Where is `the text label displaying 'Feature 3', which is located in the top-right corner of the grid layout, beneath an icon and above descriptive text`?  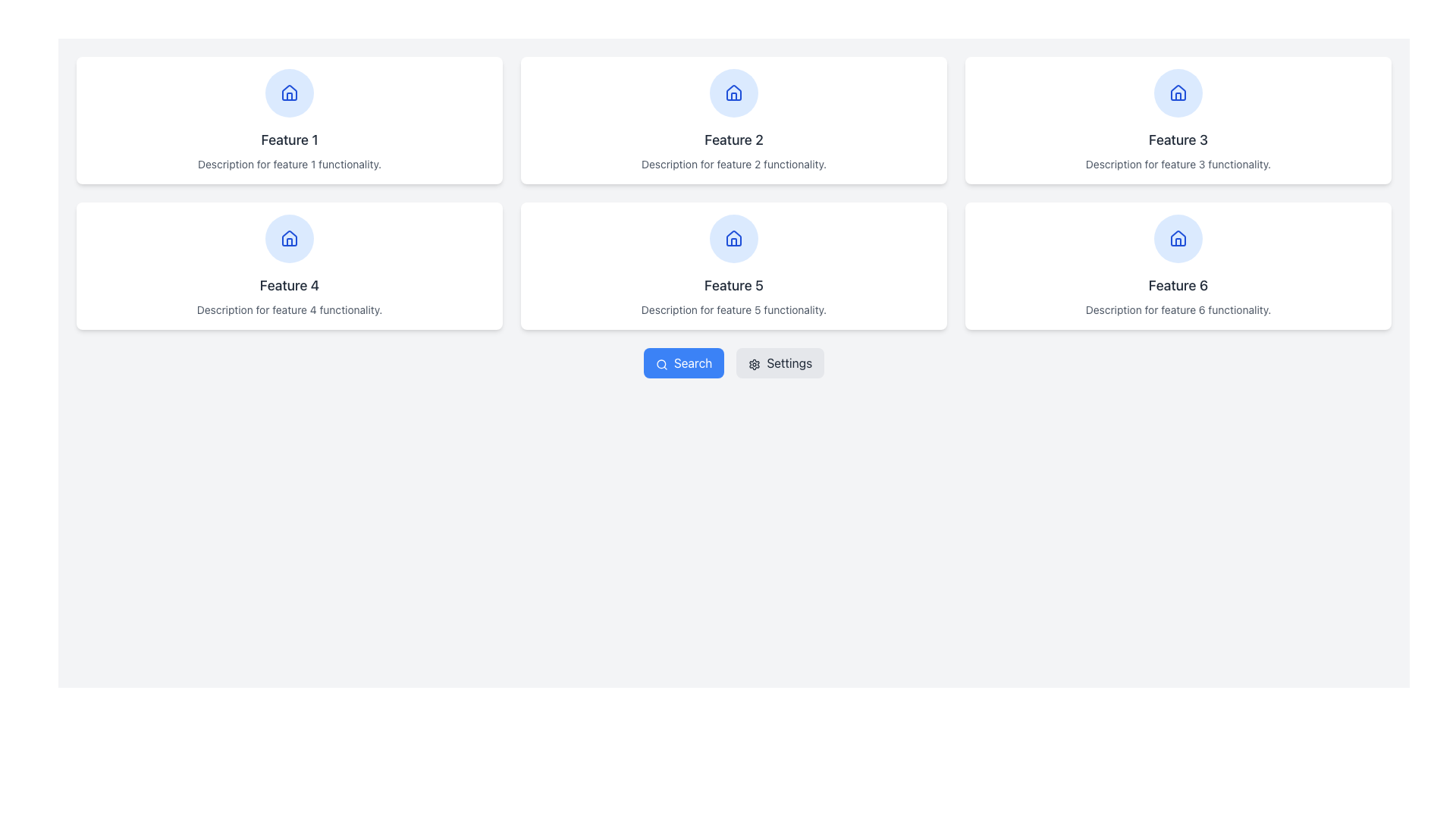 the text label displaying 'Feature 3', which is located in the top-right corner of the grid layout, beneath an icon and above descriptive text is located at coordinates (1178, 140).